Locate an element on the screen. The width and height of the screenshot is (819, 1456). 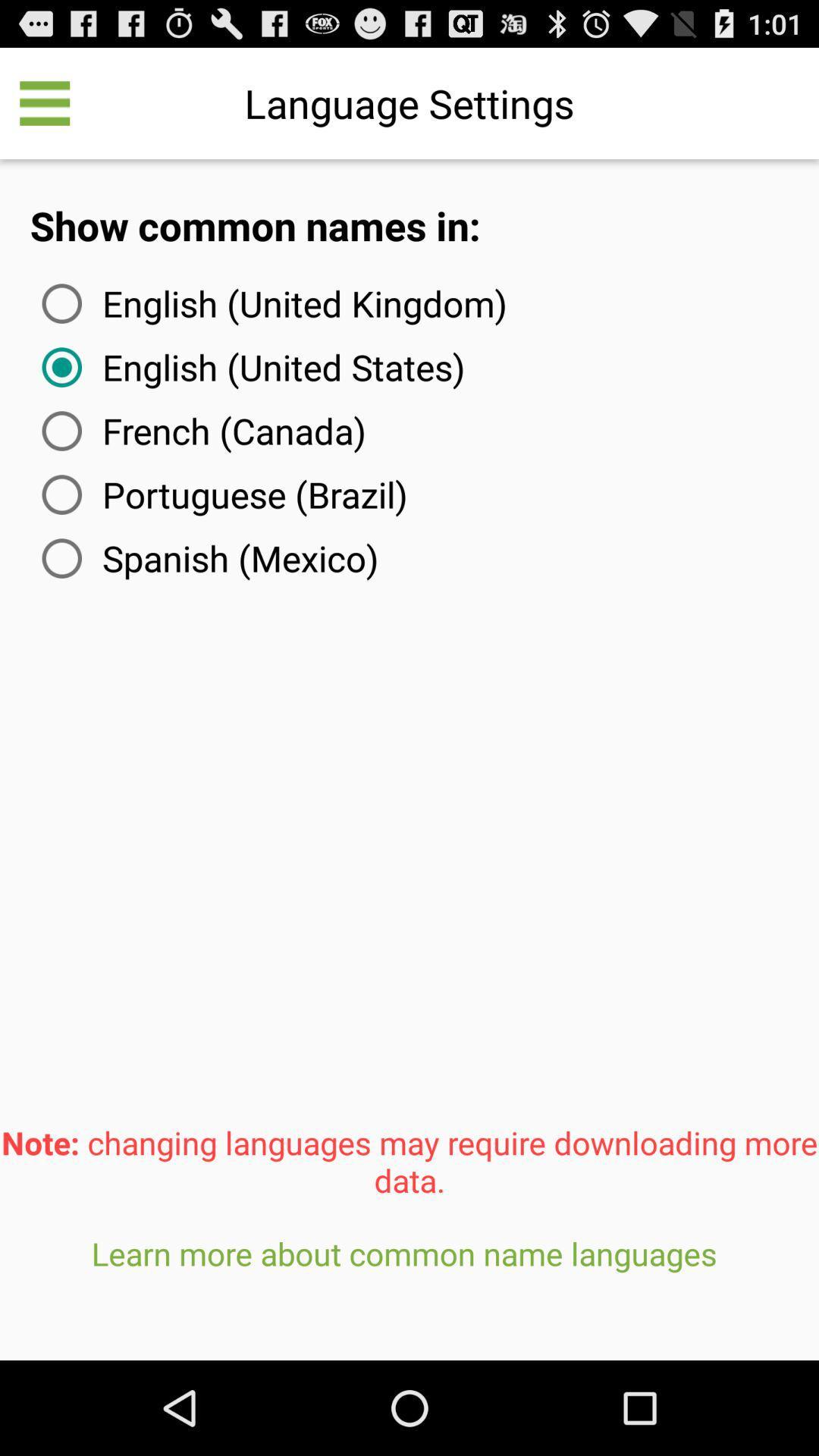
the item above spanish (mexico) item is located at coordinates (221, 494).